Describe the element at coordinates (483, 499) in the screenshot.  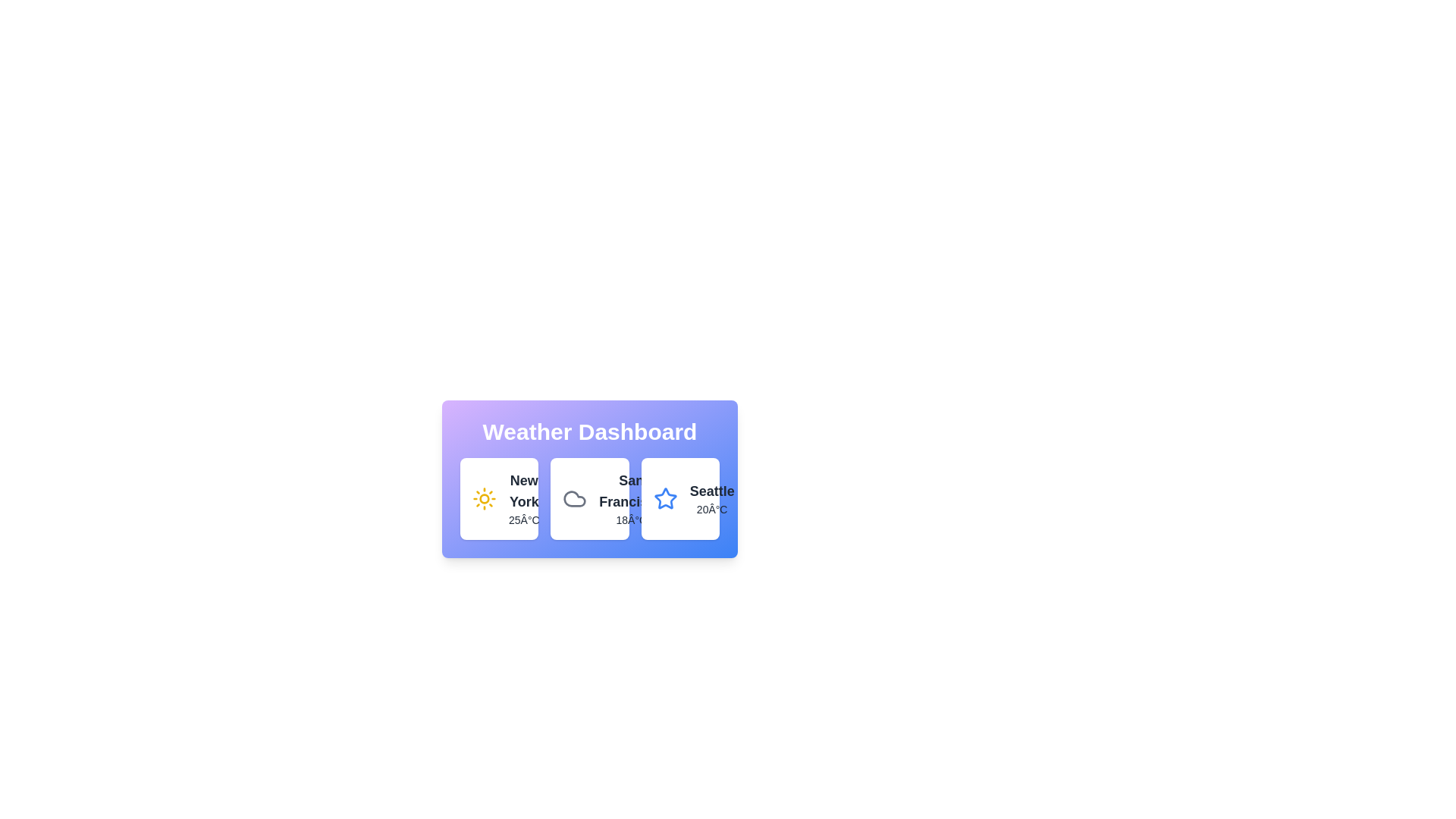
I see `the sunny weather icon representing New York in the weather dashboard section, which is the leftmost icon in the first card of a horizontal list` at that location.